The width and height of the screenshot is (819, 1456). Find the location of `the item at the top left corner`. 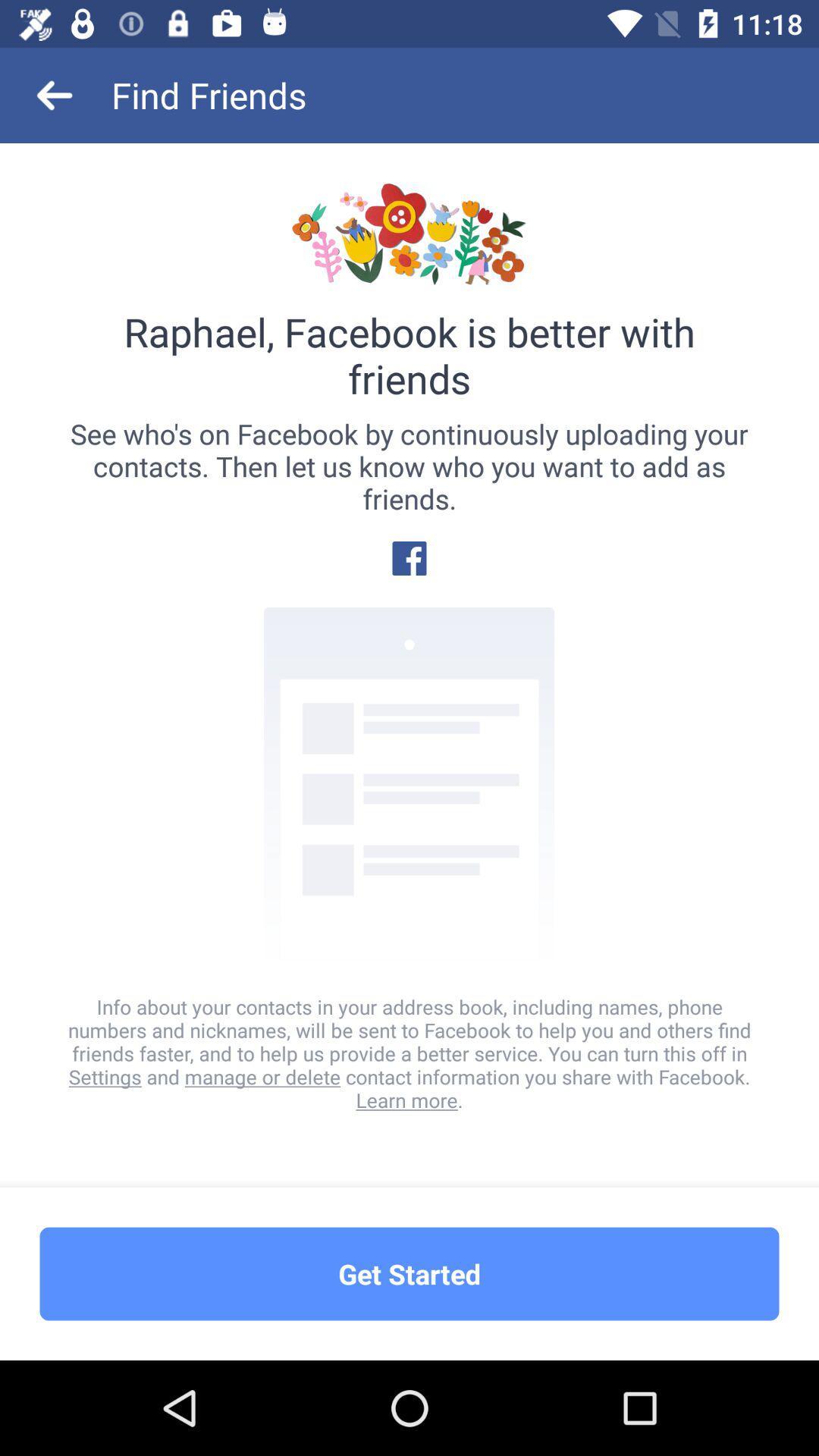

the item at the top left corner is located at coordinates (55, 94).